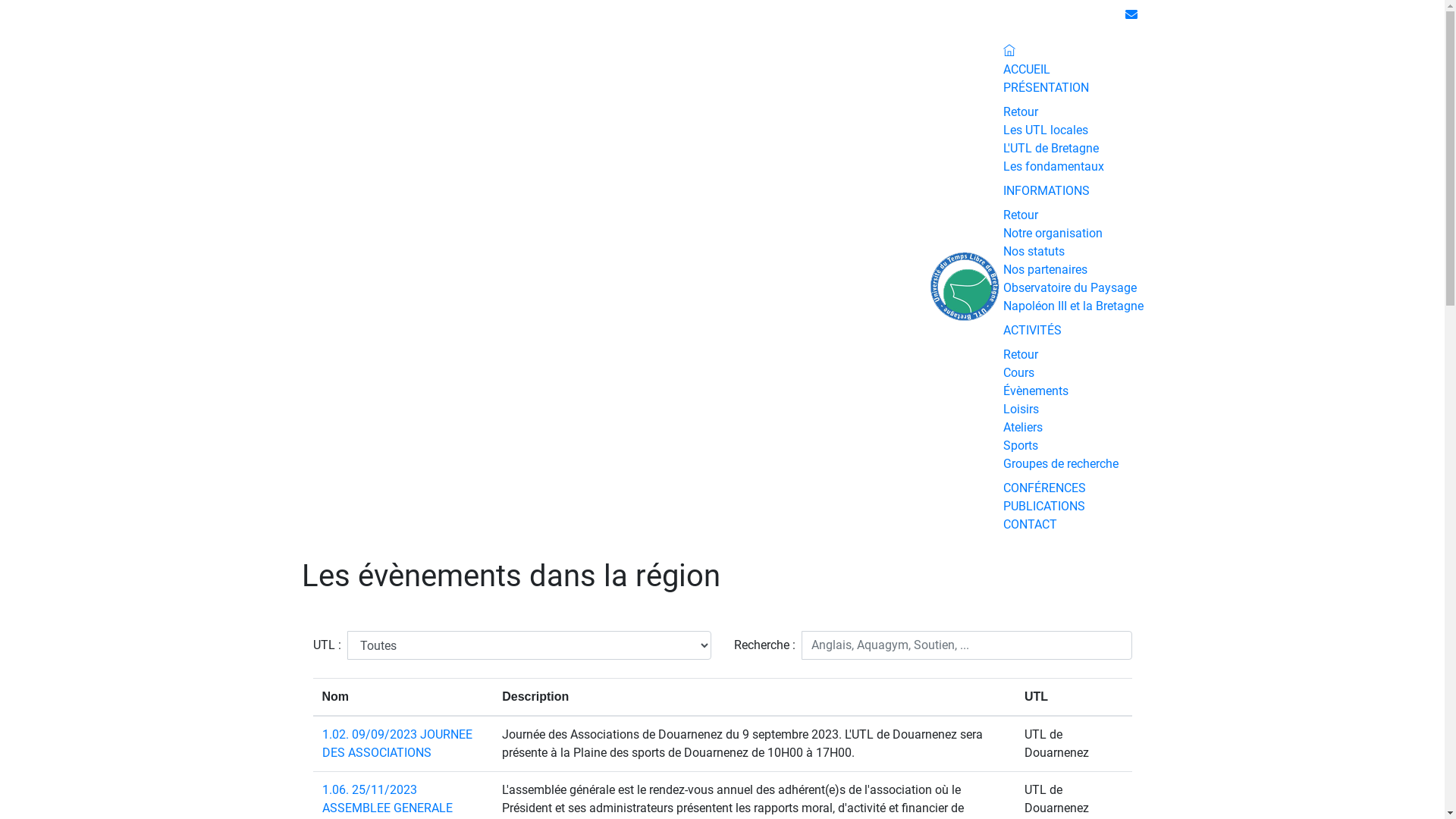  I want to click on 'Sports', so click(1019, 444).